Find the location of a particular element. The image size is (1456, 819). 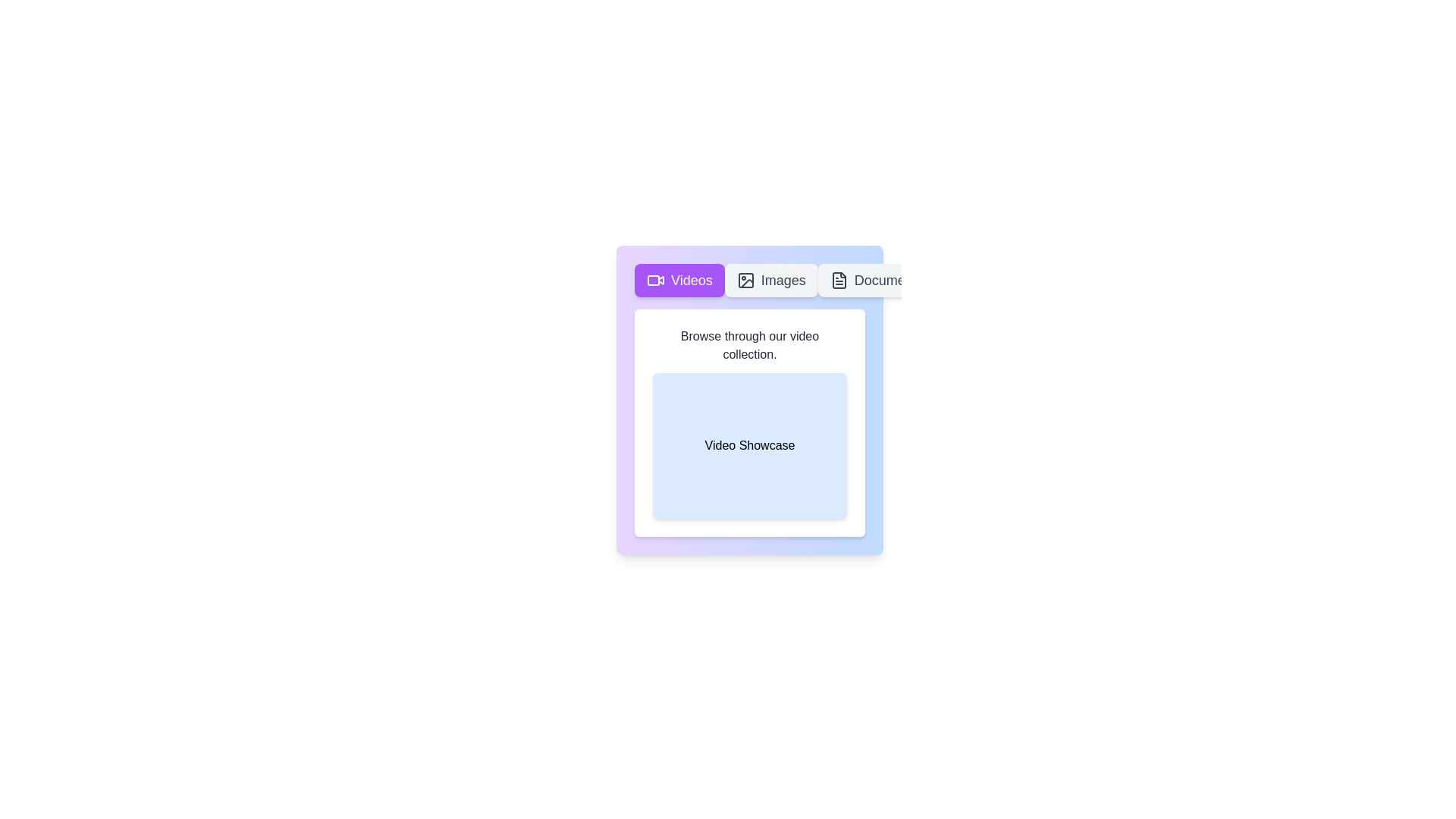

the 'Documents' icon located in the top-right corner of the interface, which visually represents the 'Documents' section is located at coordinates (838, 281).